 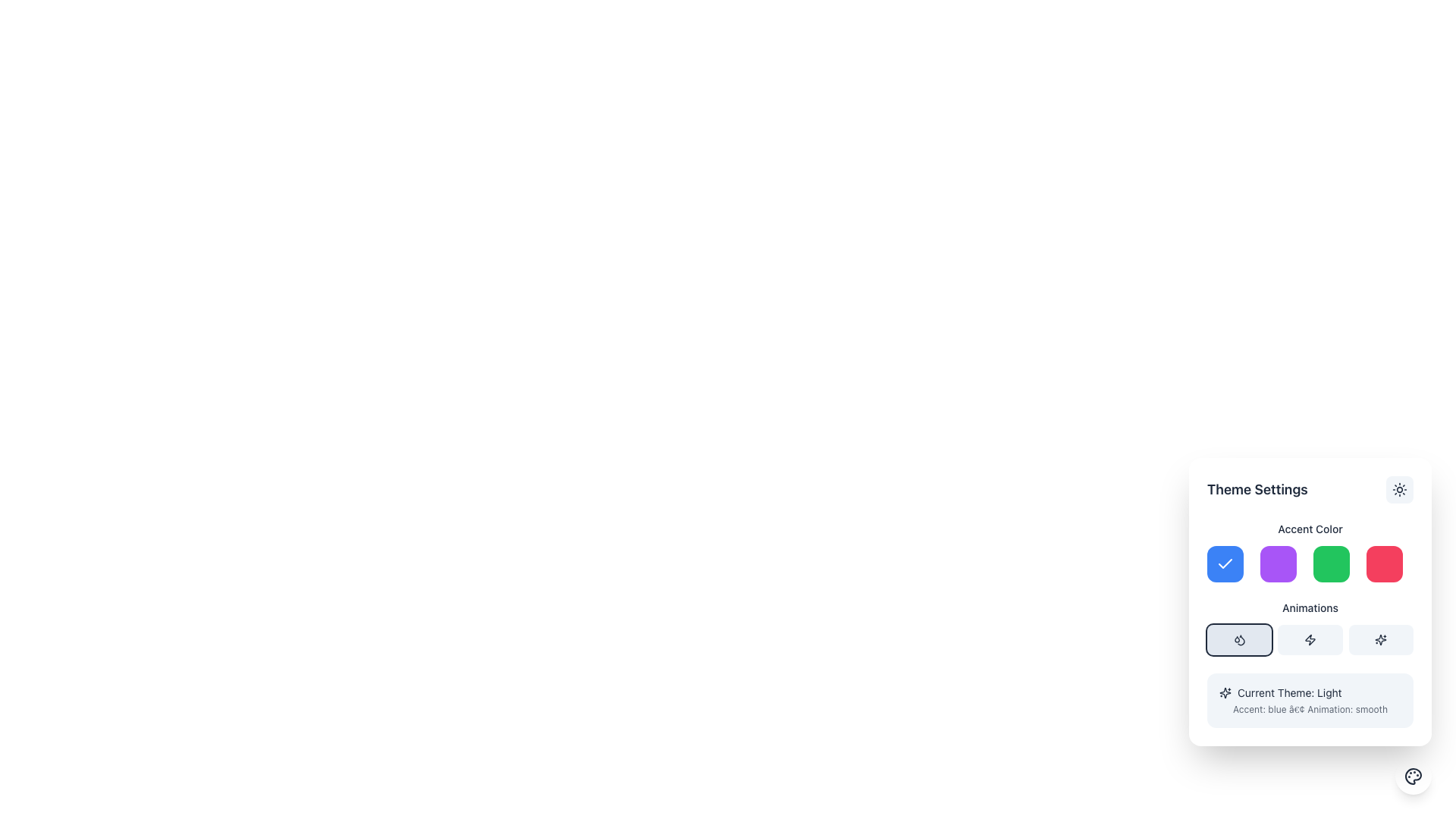 What do you see at coordinates (1331, 564) in the screenshot?
I see `the button that applies a green-themed accent color to observe its scaling effect` at bounding box center [1331, 564].